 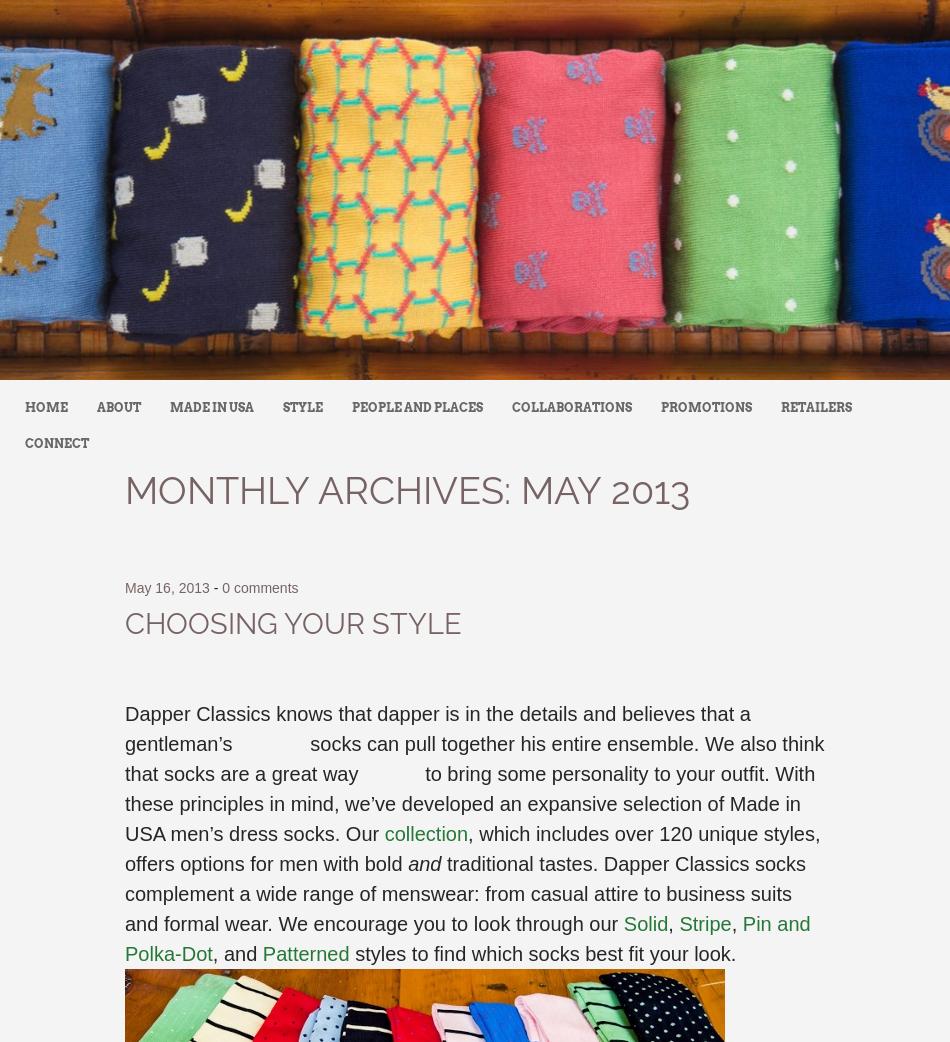 I want to click on 'Stripe', so click(x=704, y=923).